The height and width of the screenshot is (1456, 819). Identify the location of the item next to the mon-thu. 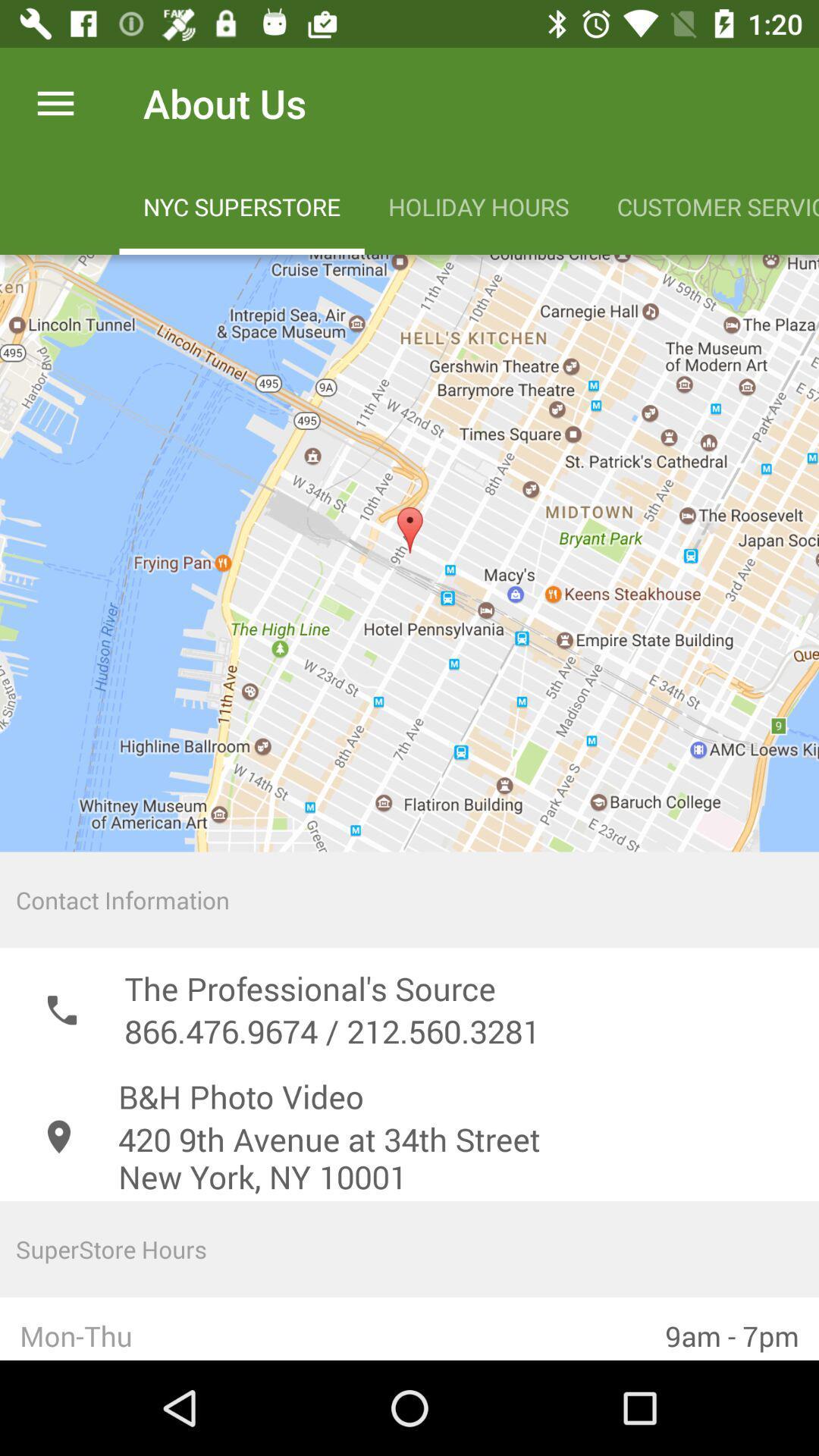
(731, 1328).